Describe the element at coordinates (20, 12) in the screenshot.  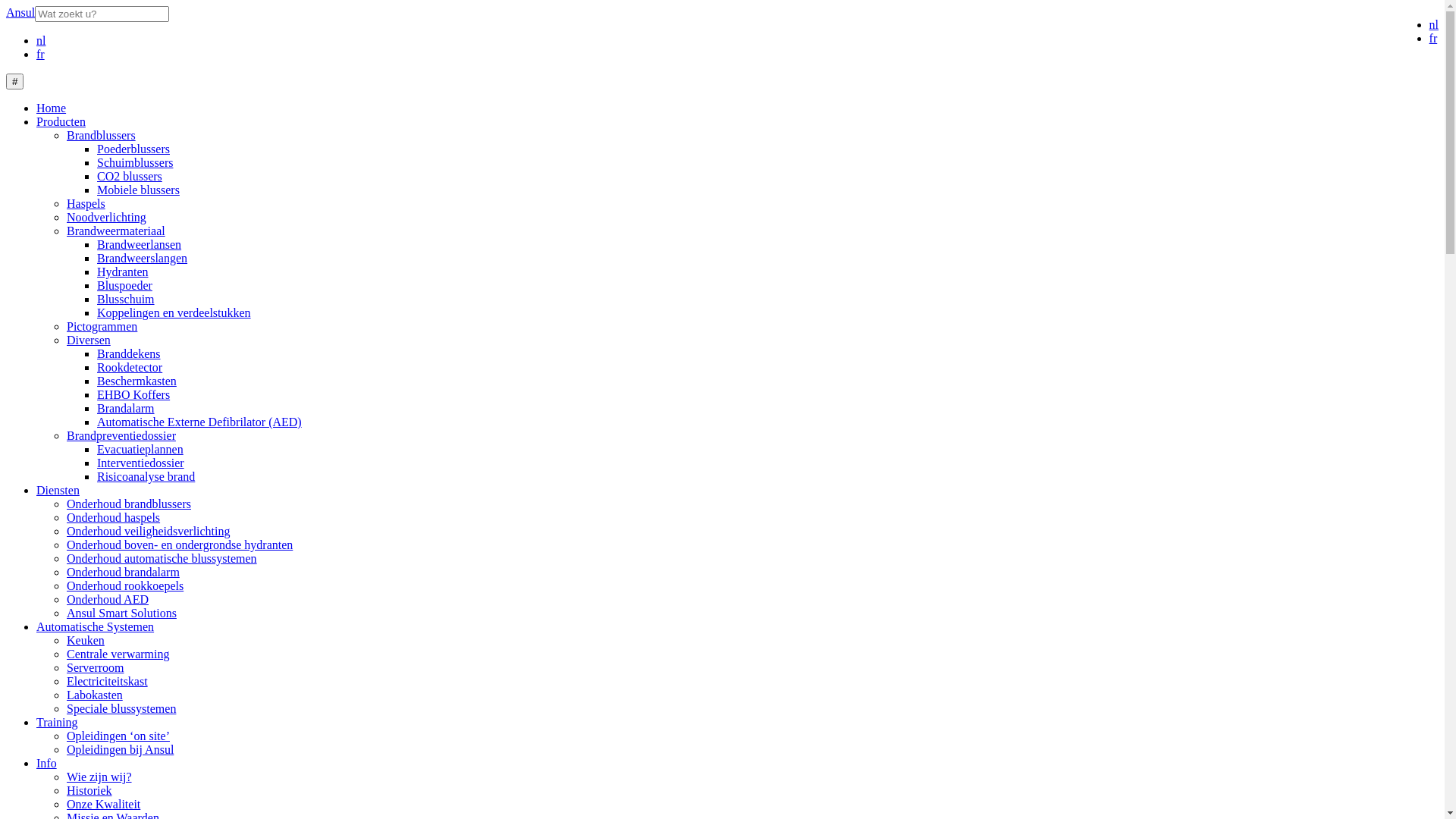
I see `'Ansul'` at that location.